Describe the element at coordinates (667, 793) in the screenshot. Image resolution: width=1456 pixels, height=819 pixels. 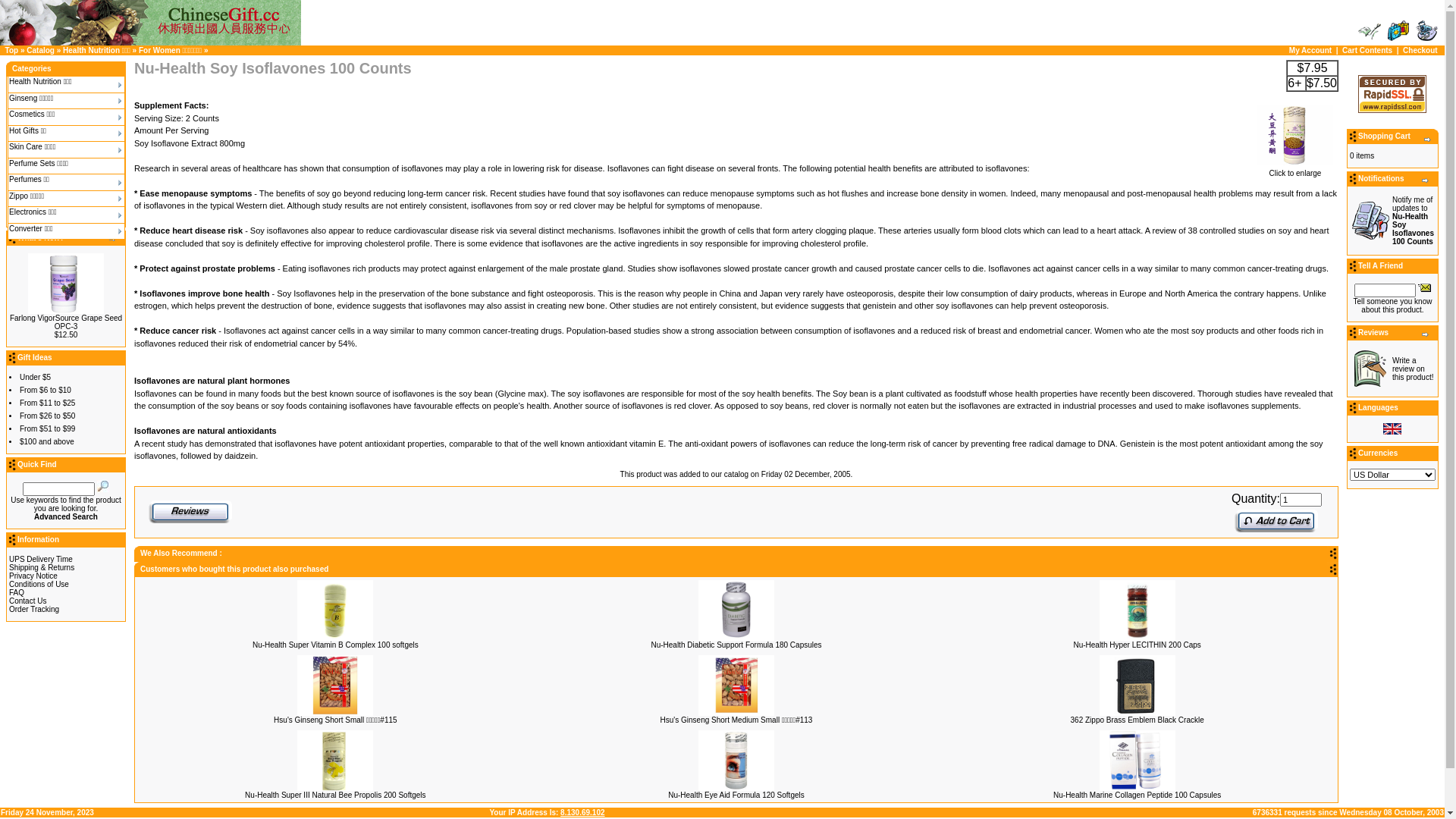
I see `'Nu-Health Eye Aid Formula 120 Softgels'` at that location.